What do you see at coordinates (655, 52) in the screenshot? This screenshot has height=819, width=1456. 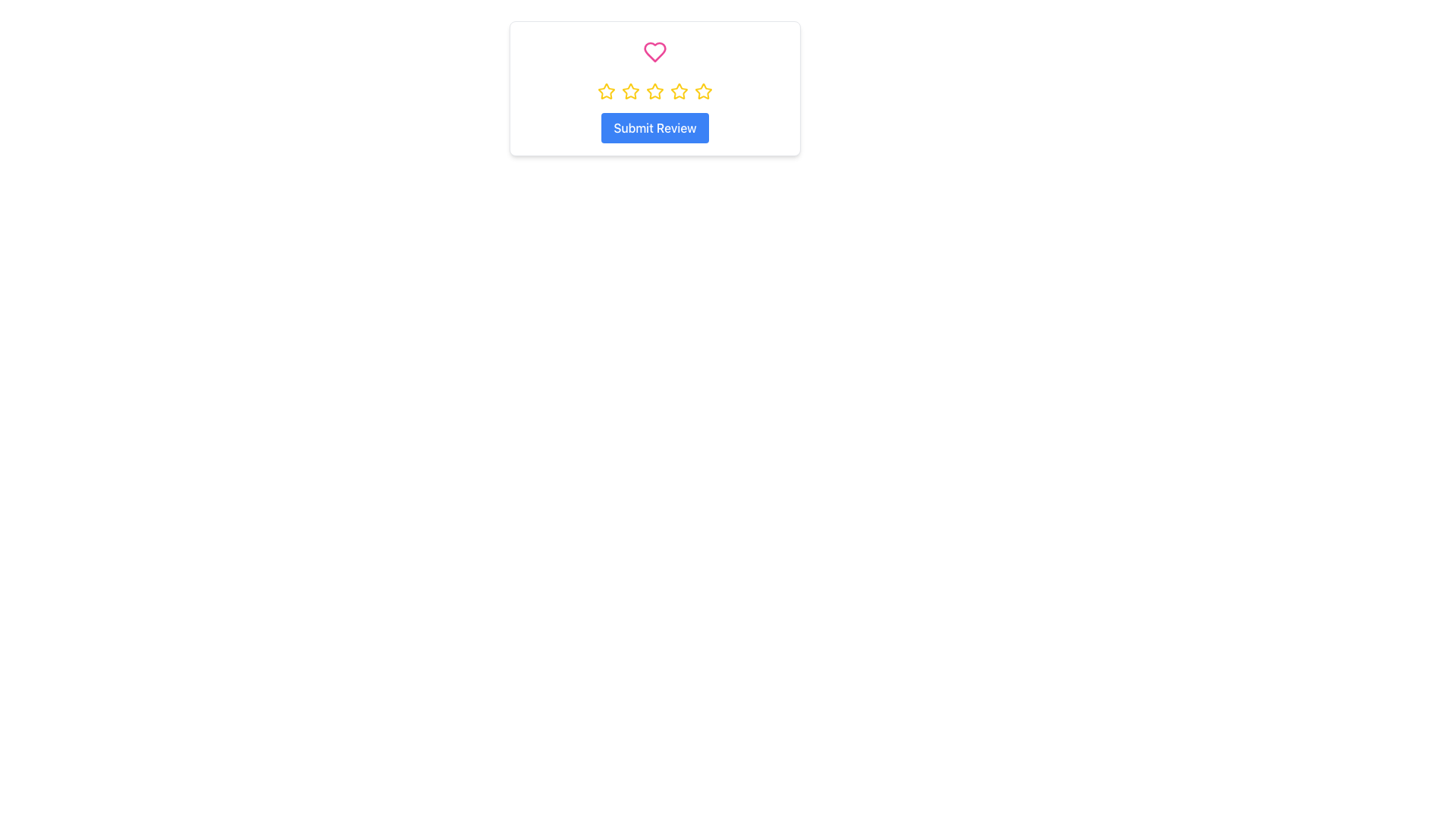 I see `the heart icon used as a decoration or symbolic representation, which is part of a larger interactive button located at the top of the interface` at bounding box center [655, 52].